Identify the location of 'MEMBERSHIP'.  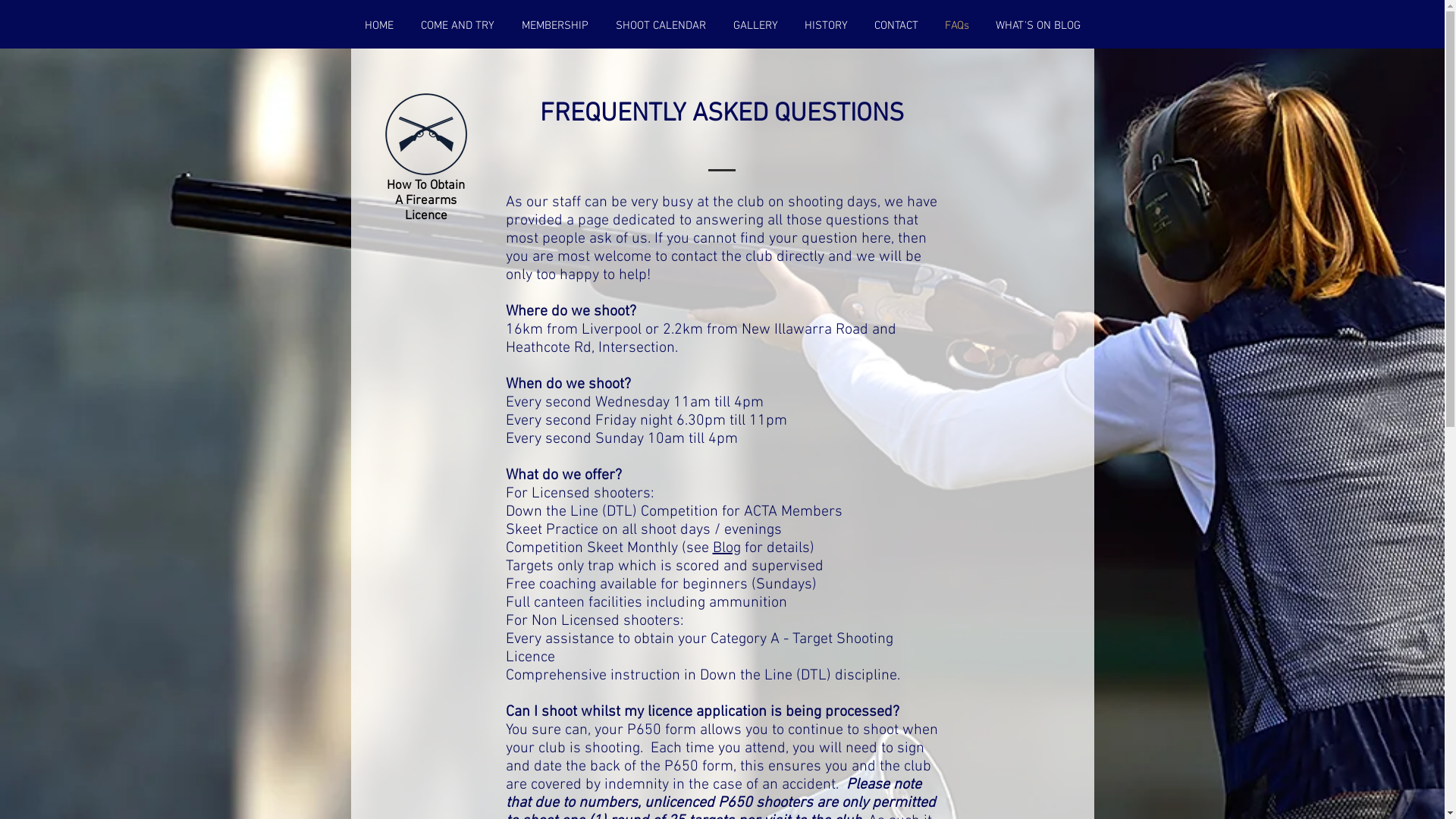
(508, 26).